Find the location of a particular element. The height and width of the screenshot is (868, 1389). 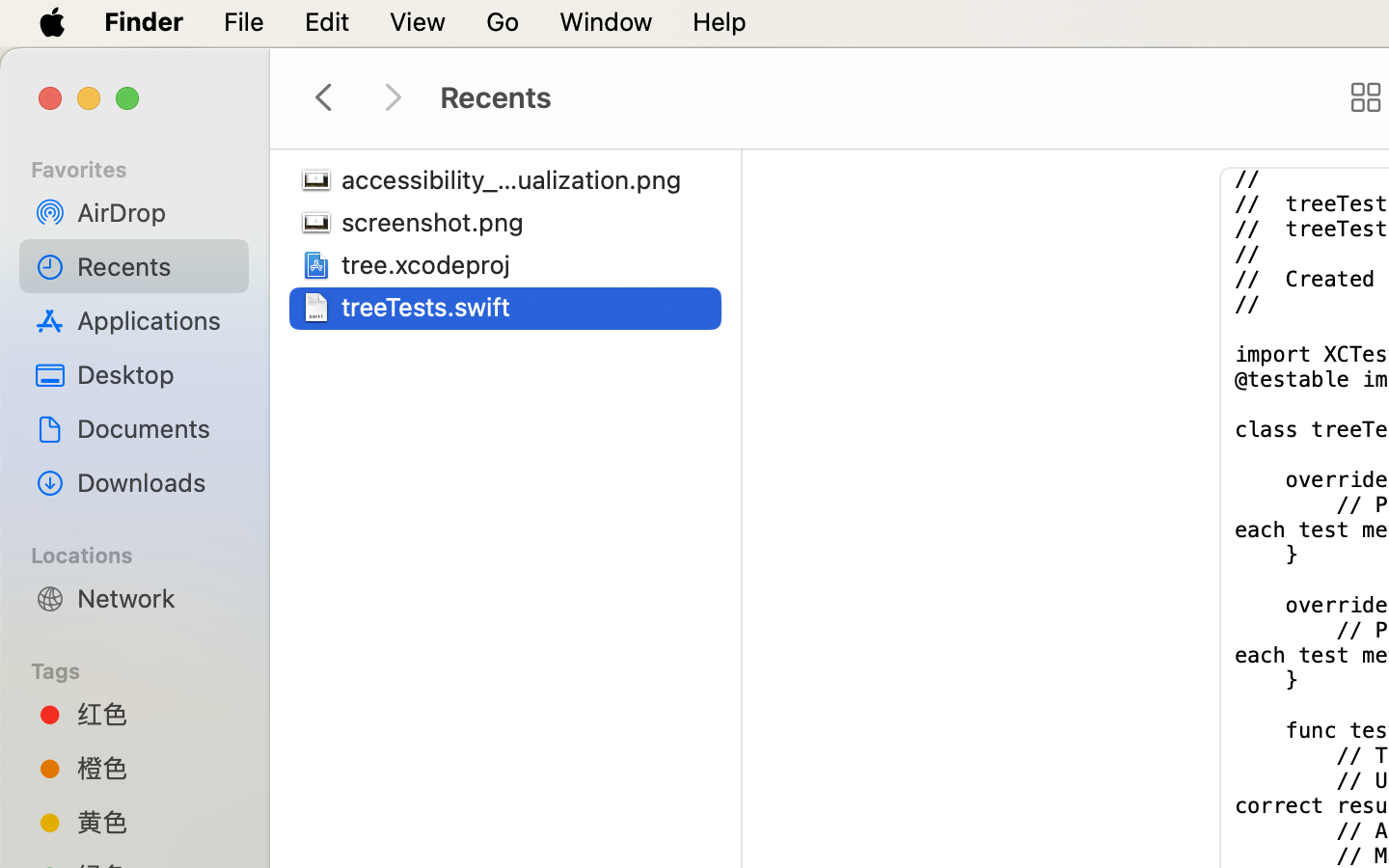

'Recents' is located at coordinates (153, 265).